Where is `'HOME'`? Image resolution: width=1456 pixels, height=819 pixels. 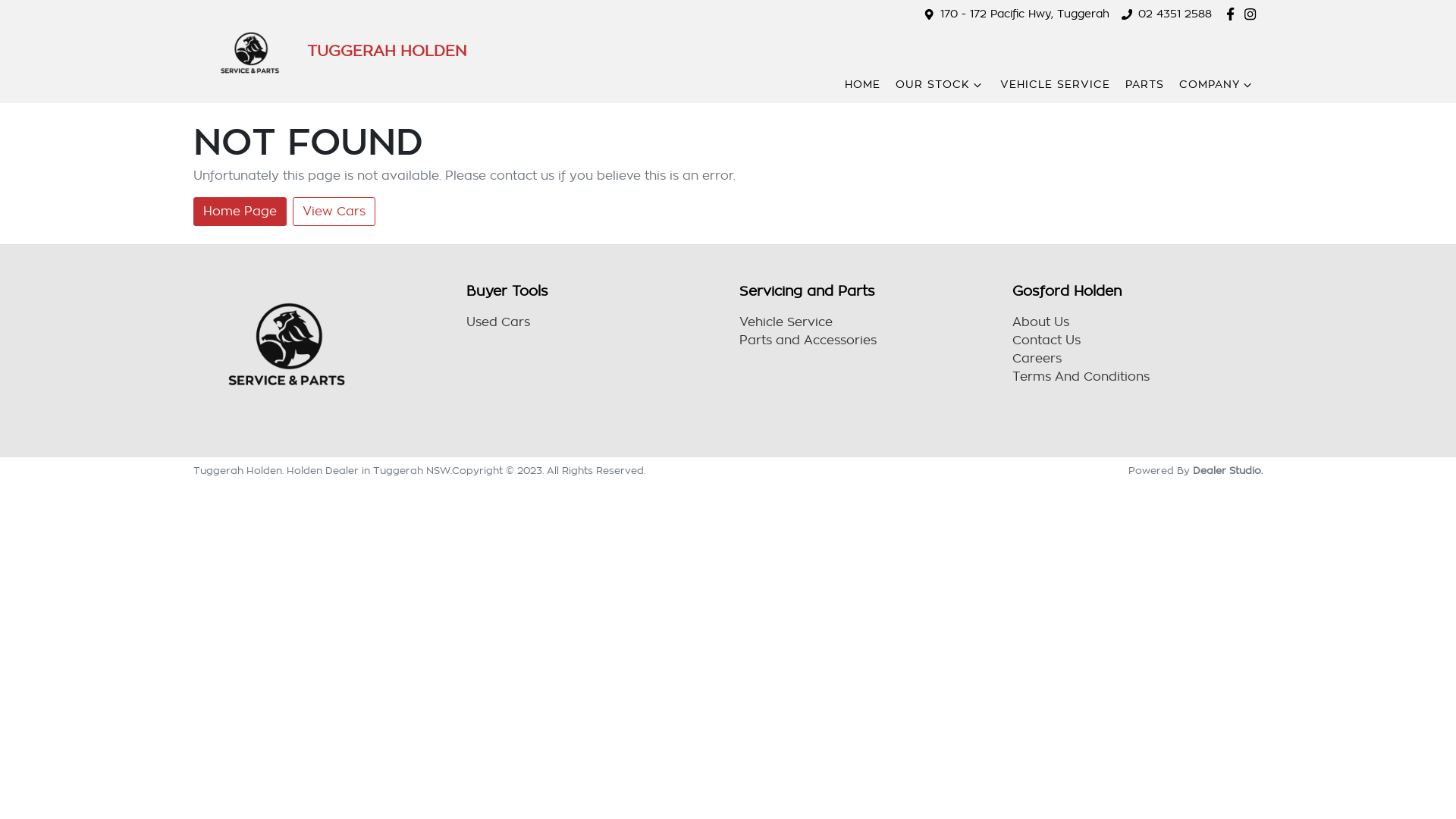
'HOME' is located at coordinates (862, 84).